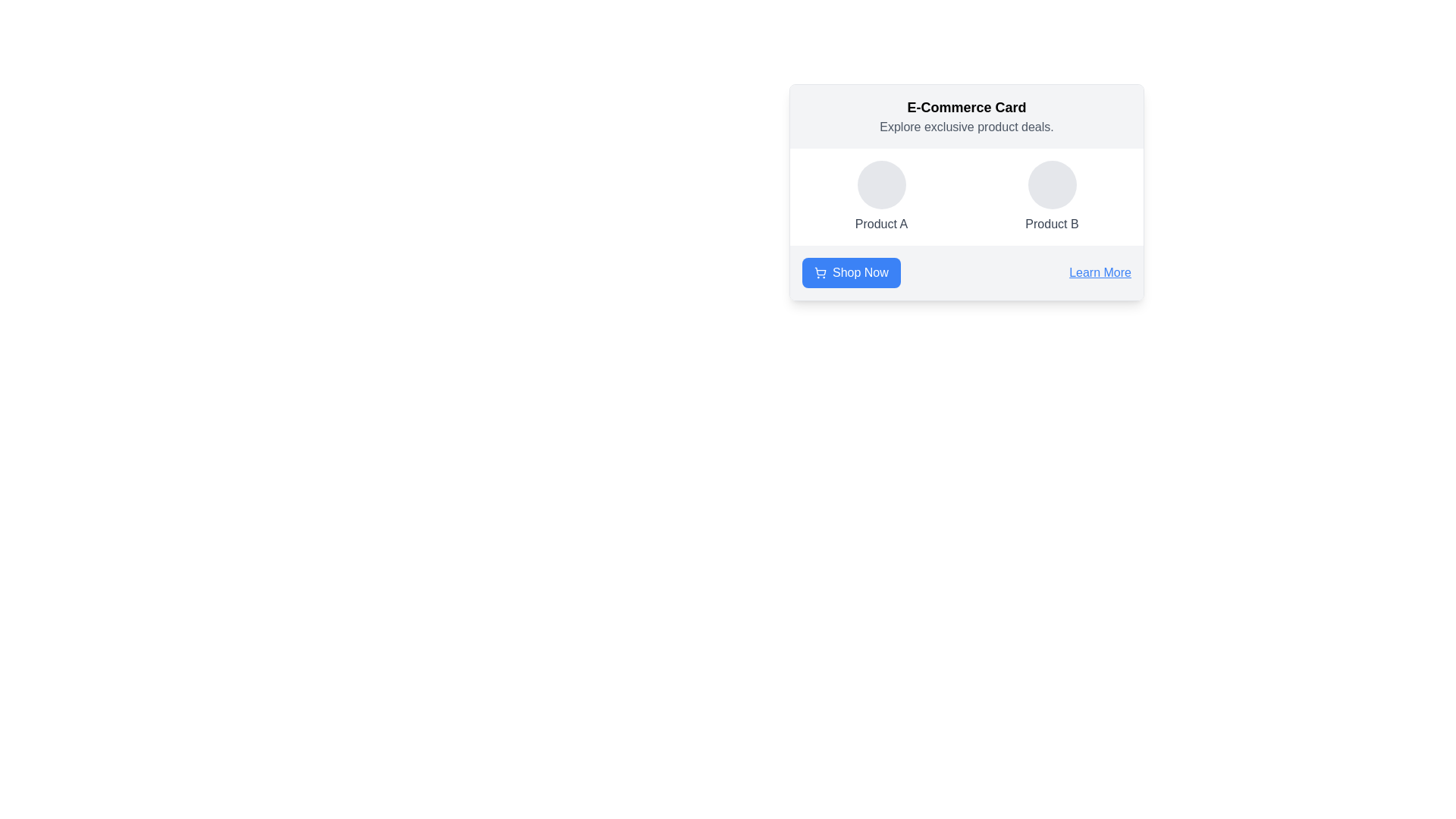 This screenshot has width=1456, height=819. Describe the element at coordinates (851, 271) in the screenshot. I see `the blue 'Shop Now' button with rounded edges` at that location.